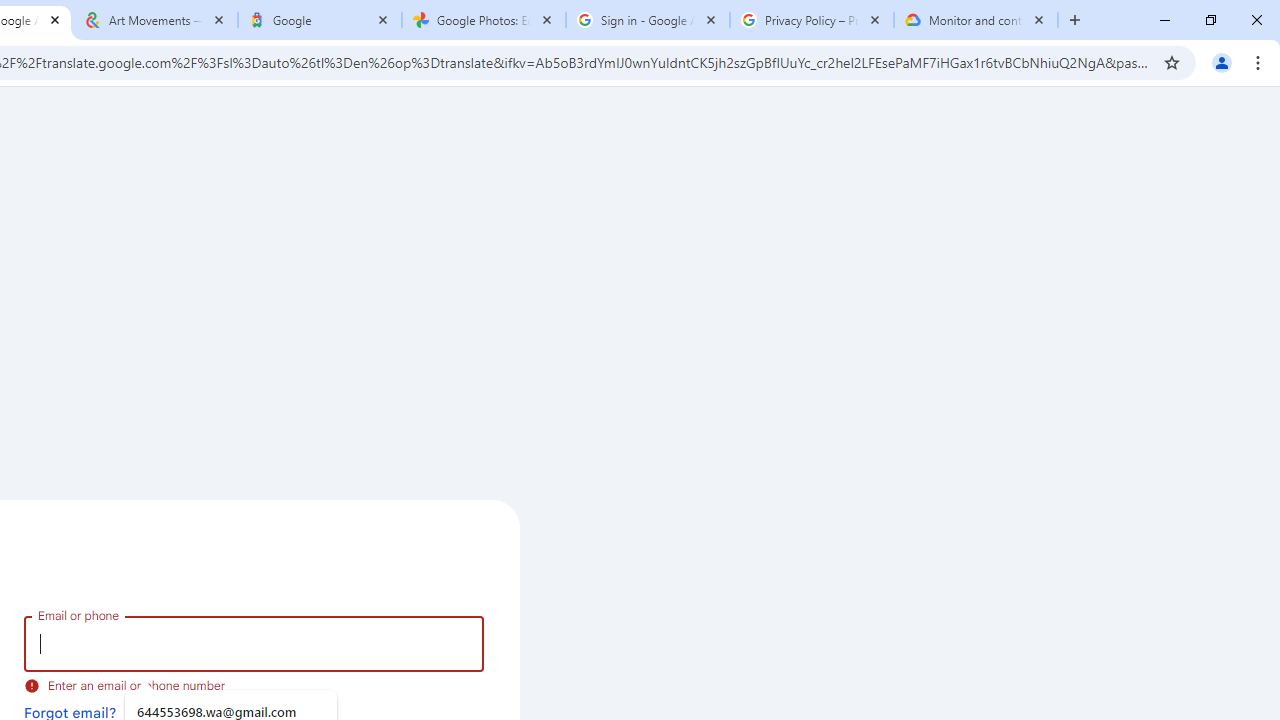 Image resolution: width=1280 pixels, height=720 pixels. What do you see at coordinates (320, 20) in the screenshot?
I see `'Google'` at bounding box center [320, 20].